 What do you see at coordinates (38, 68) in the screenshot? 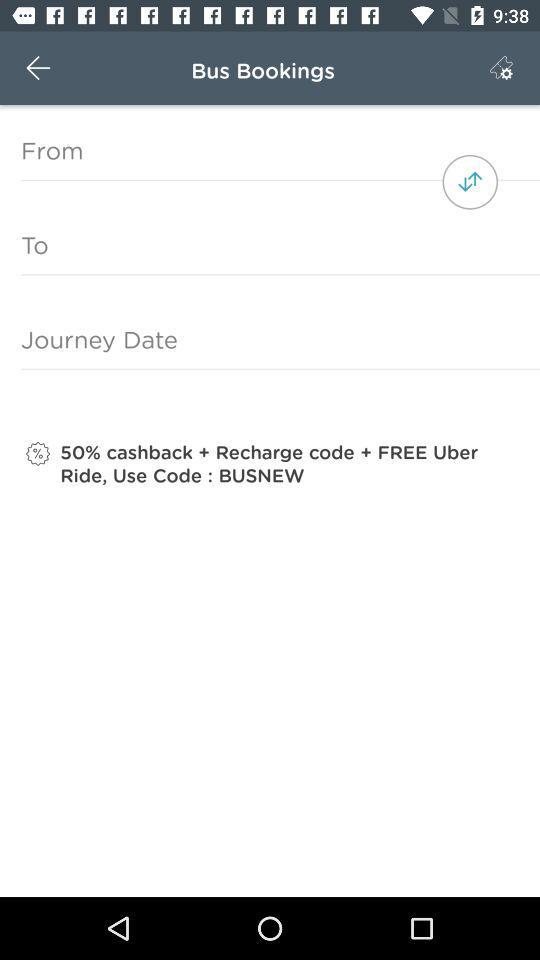
I see `icon to the left of bus bookings` at bounding box center [38, 68].